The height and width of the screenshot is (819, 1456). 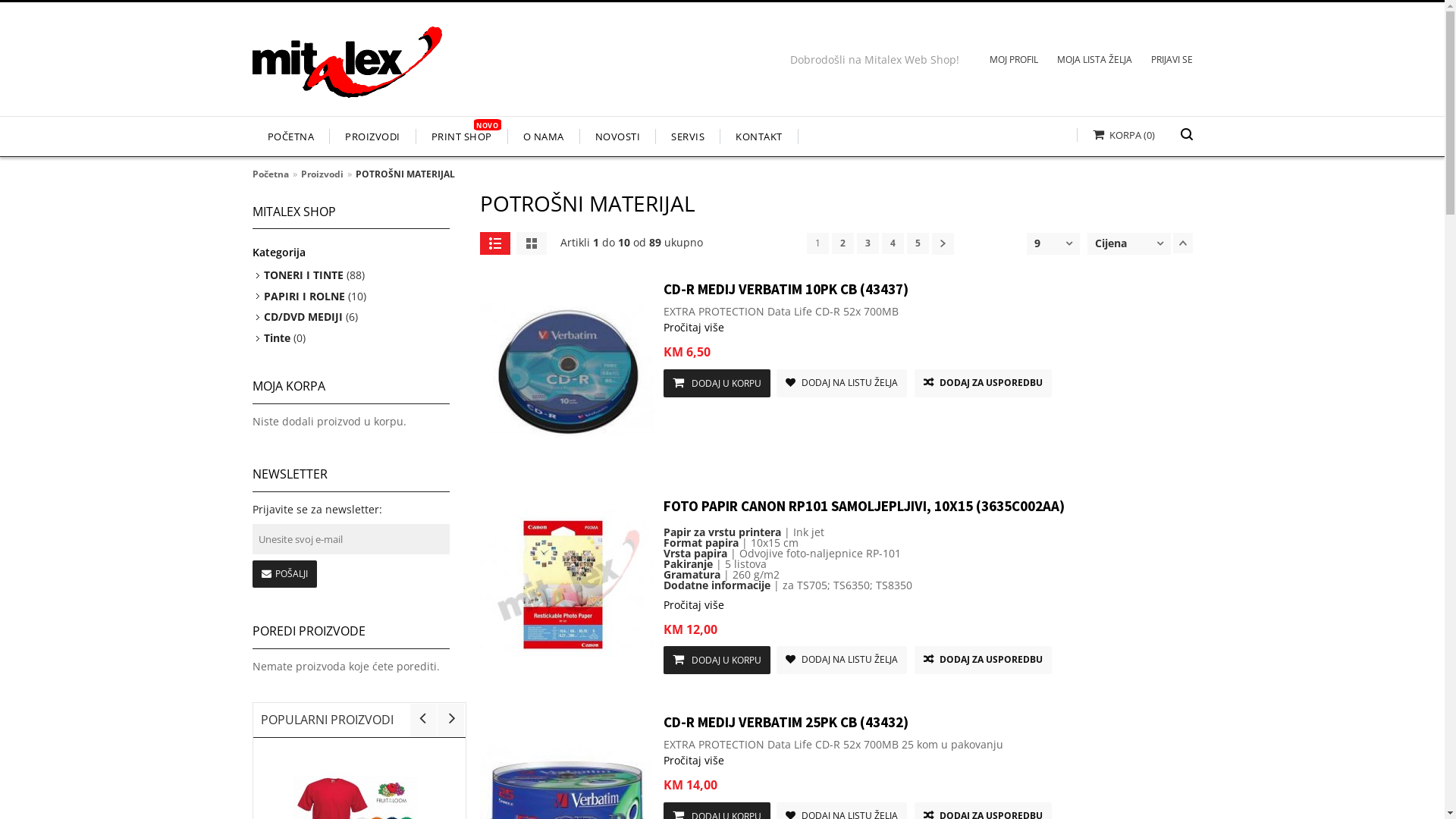 What do you see at coordinates (841, 242) in the screenshot?
I see `'2'` at bounding box center [841, 242].